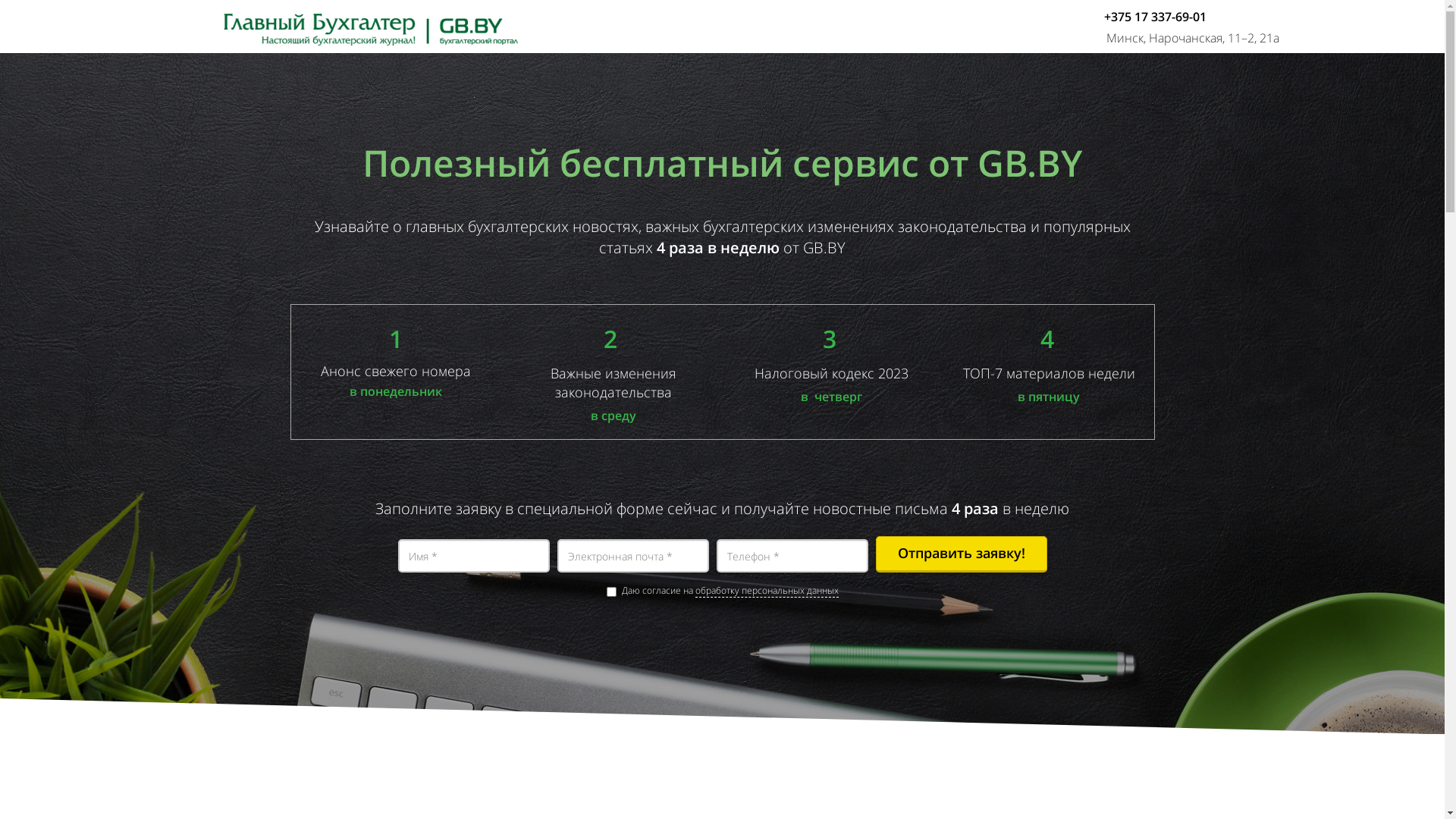  Describe the element at coordinates (1154, 17) in the screenshot. I see `'+375 17 337-69-01'` at that location.